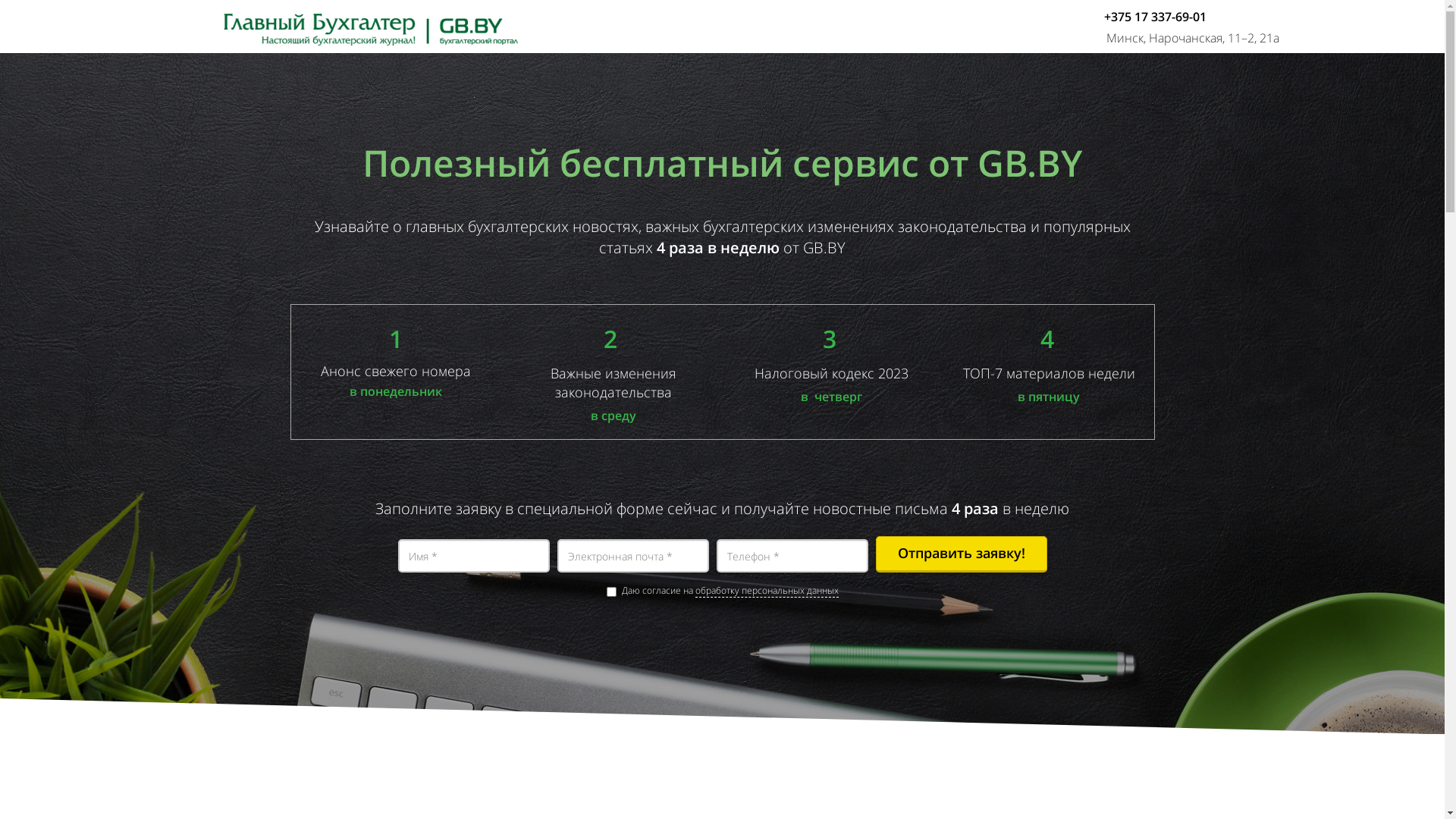  Describe the element at coordinates (1154, 17) in the screenshot. I see `'+375 17 337-69-01'` at that location.